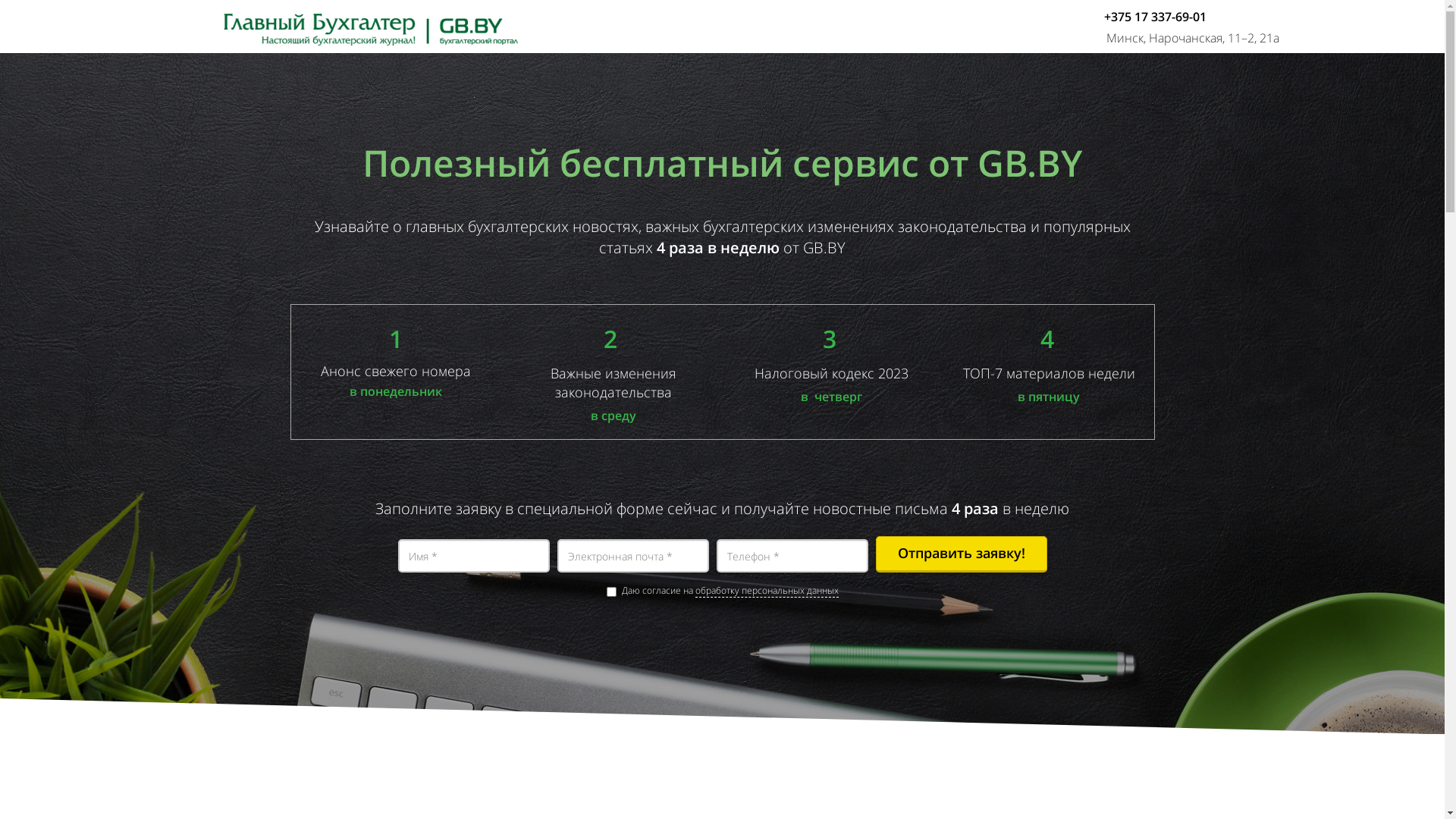  Describe the element at coordinates (1154, 17) in the screenshot. I see `'+375 17 337-69-01'` at that location.